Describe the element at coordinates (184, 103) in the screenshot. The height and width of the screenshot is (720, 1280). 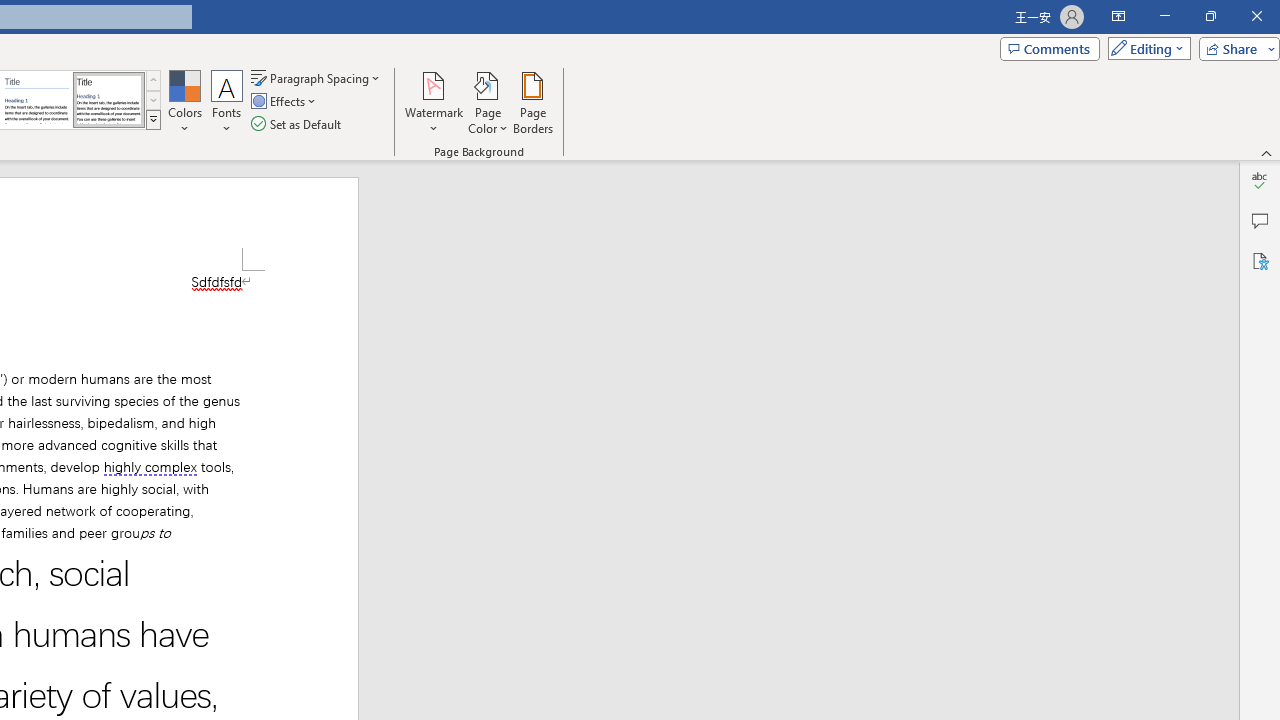
I see `'Colors'` at that location.